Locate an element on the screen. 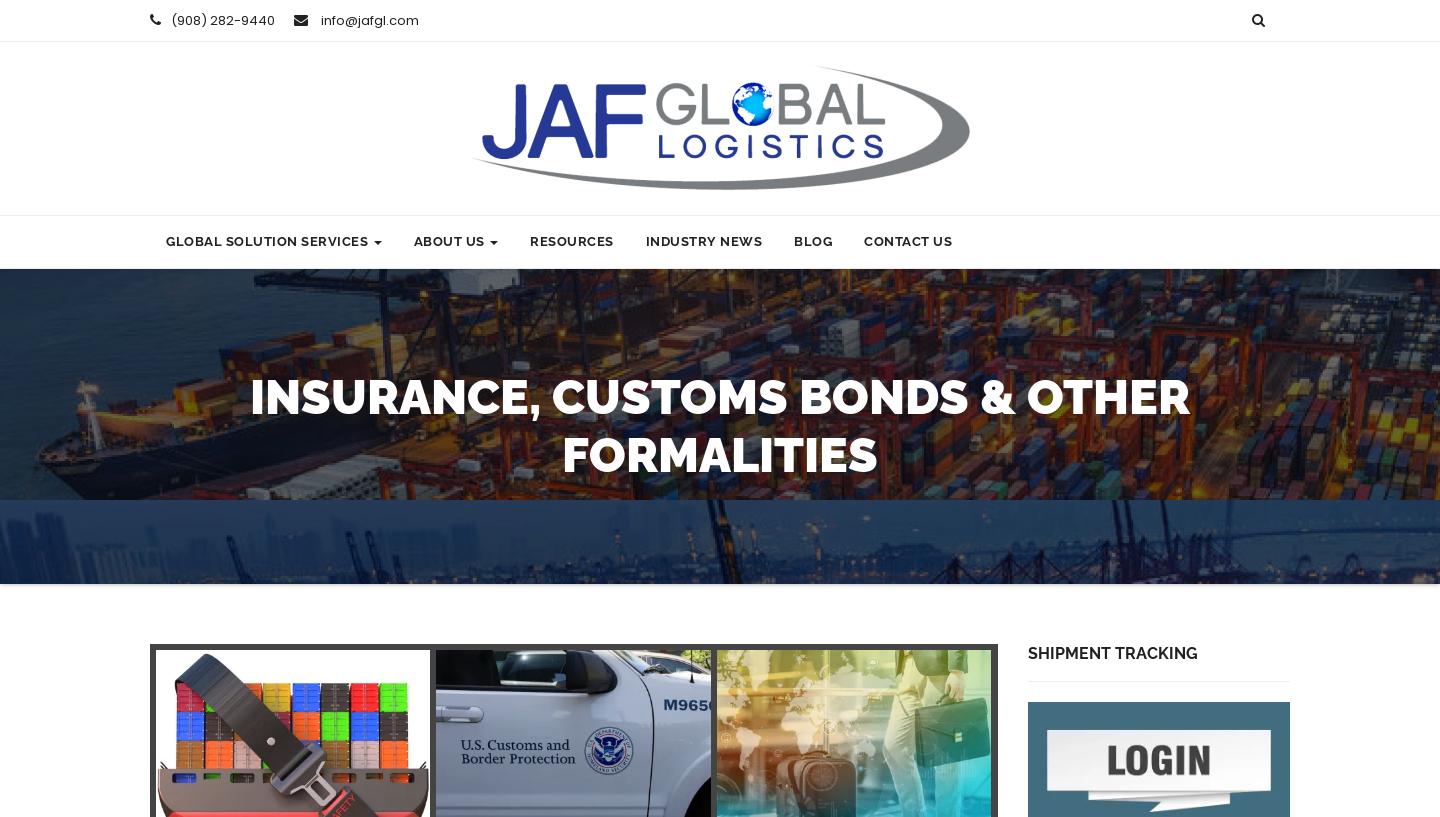 The image size is (1440, 817). 'Insurance, Customs Bonds & Other Formalities' is located at coordinates (720, 425).